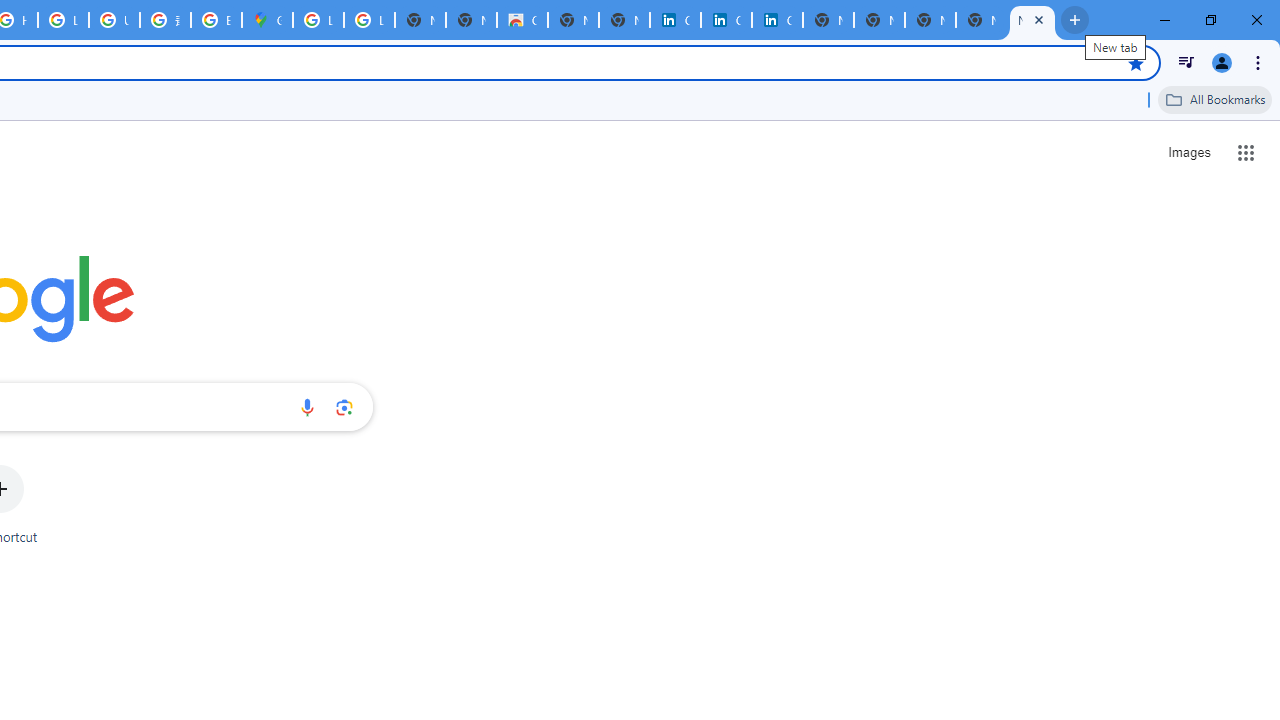 The image size is (1280, 720). Describe the element at coordinates (266, 20) in the screenshot. I see `'Google Maps'` at that location.